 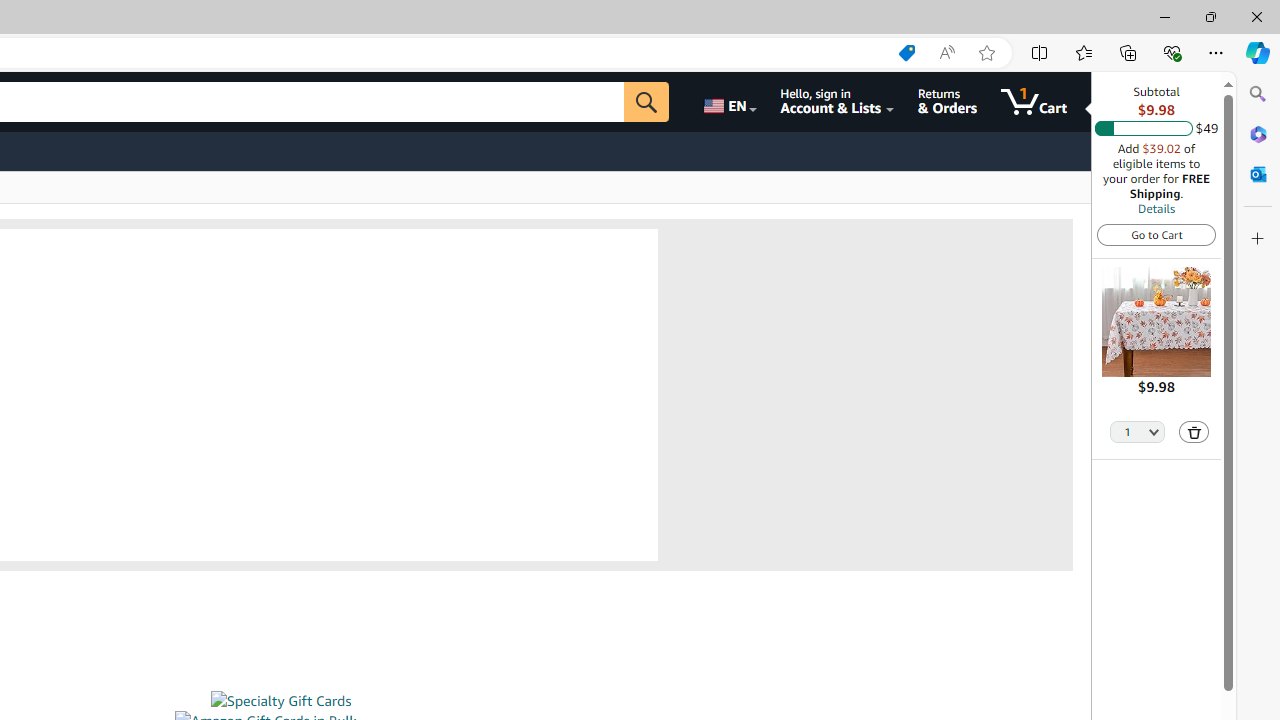 What do you see at coordinates (1257, 173) in the screenshot?
I see `'Outlook'` at bounding box center [1257, 173].